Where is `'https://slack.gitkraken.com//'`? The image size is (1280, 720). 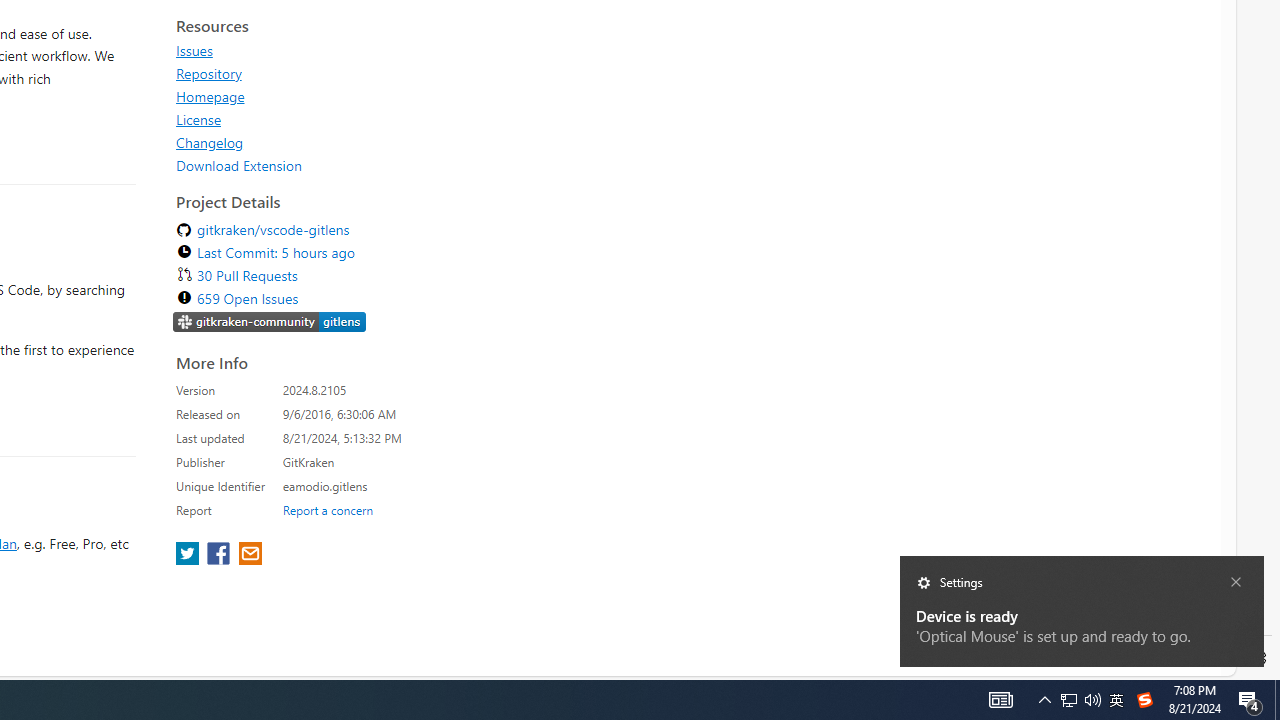 'https://slack.gitkraken.com//' is located at coordinates (269, 323).